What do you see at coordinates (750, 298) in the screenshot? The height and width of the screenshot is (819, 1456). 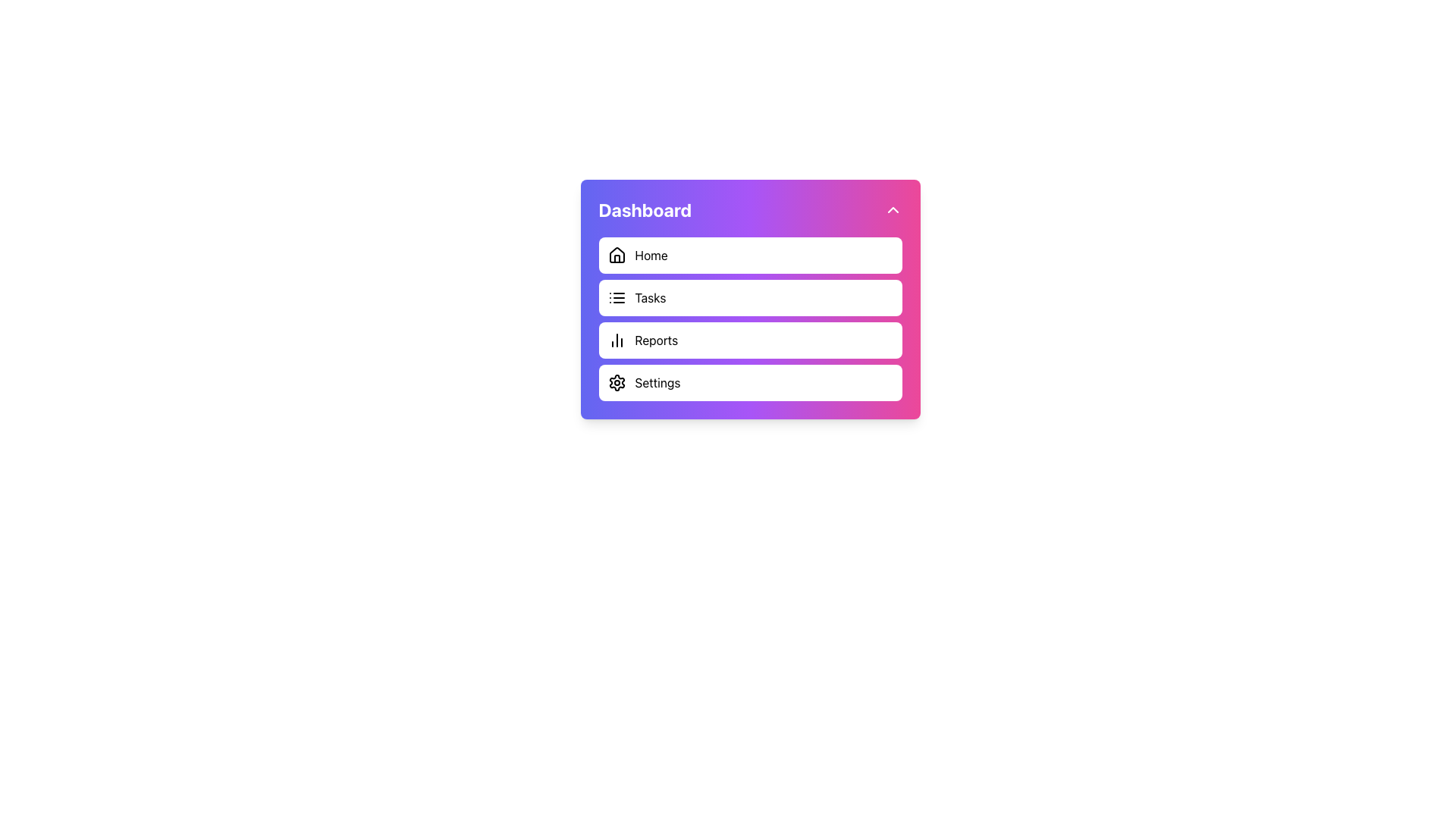 I see `the 'Tasks' button, which is a rectangular button with a white background and rounded corners, located in the 'Dashboard' section, positioned below the 'Home' button and above the 'Reports' button` at bounding box center [750, 298].